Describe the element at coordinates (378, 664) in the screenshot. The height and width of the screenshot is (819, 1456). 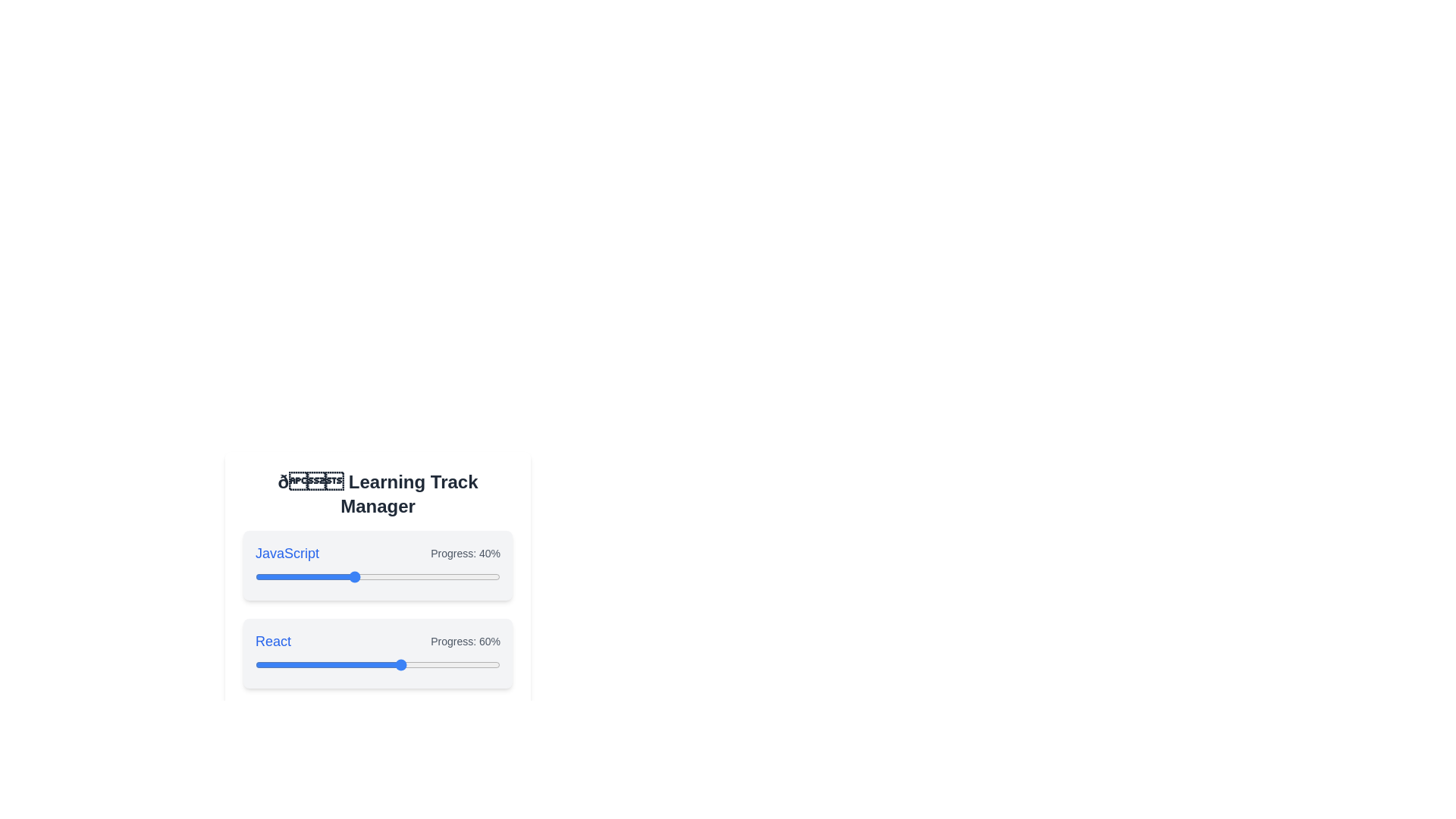
I see `the progress value` at that location.